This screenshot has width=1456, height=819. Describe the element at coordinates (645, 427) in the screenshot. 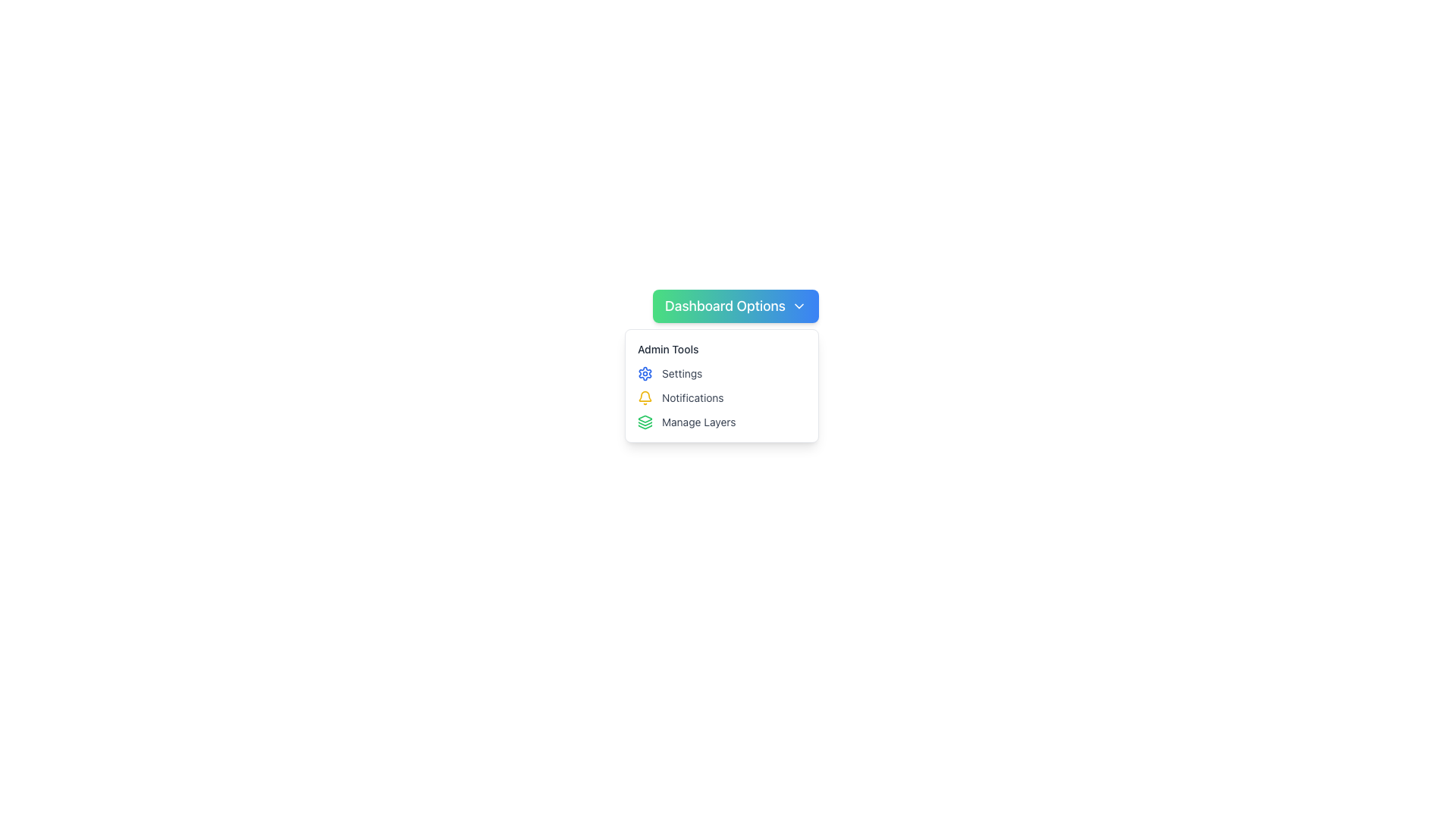

I see `the bottom-most part of the green-themed icon segment that forms a stack-like shape, located to the left of the 'Manage Layers' label in the dropdown menu` at that location.